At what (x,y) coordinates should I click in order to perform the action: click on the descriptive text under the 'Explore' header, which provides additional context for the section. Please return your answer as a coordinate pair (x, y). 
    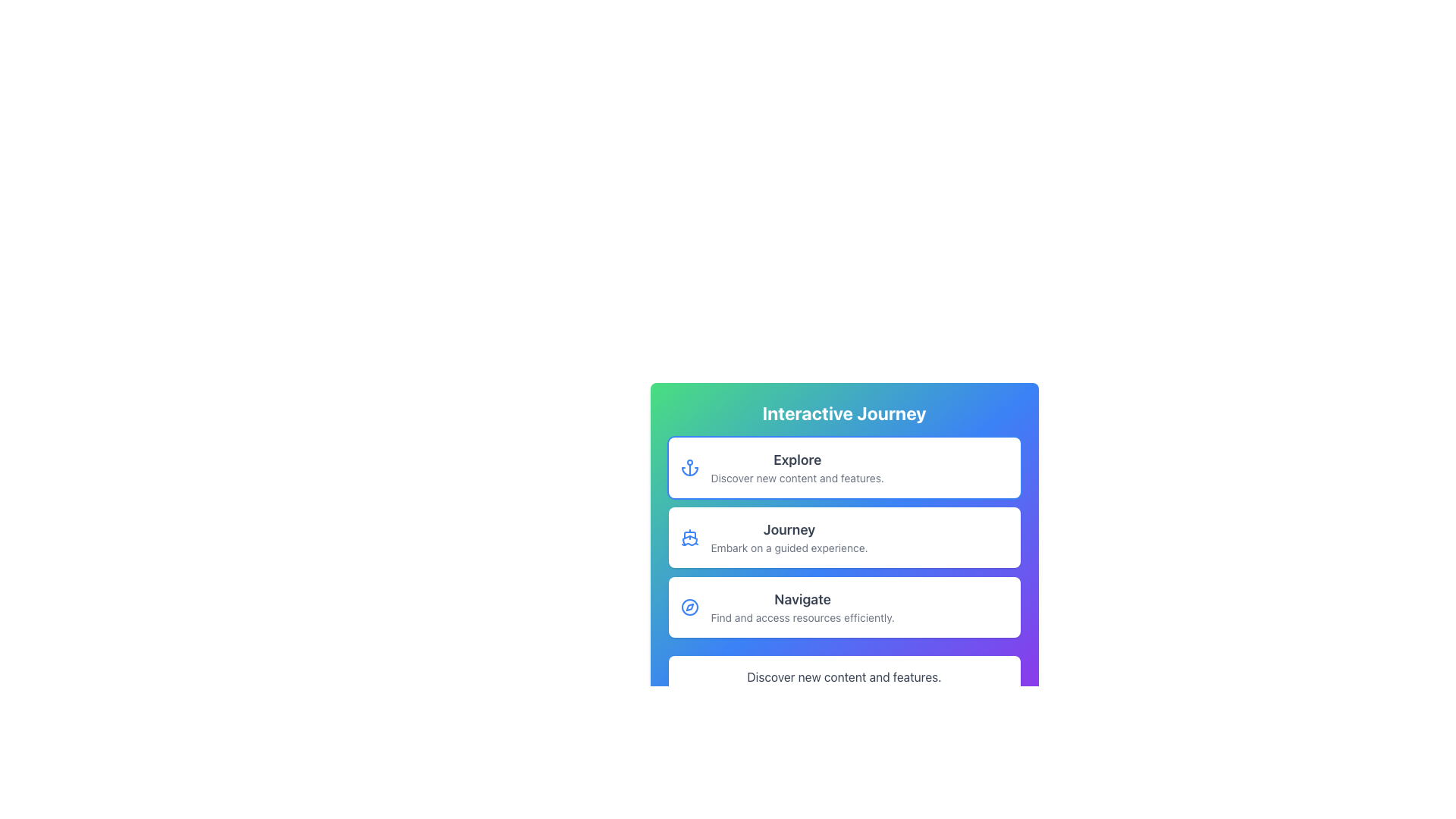
    Looking at the image, I should click on (796, 479).